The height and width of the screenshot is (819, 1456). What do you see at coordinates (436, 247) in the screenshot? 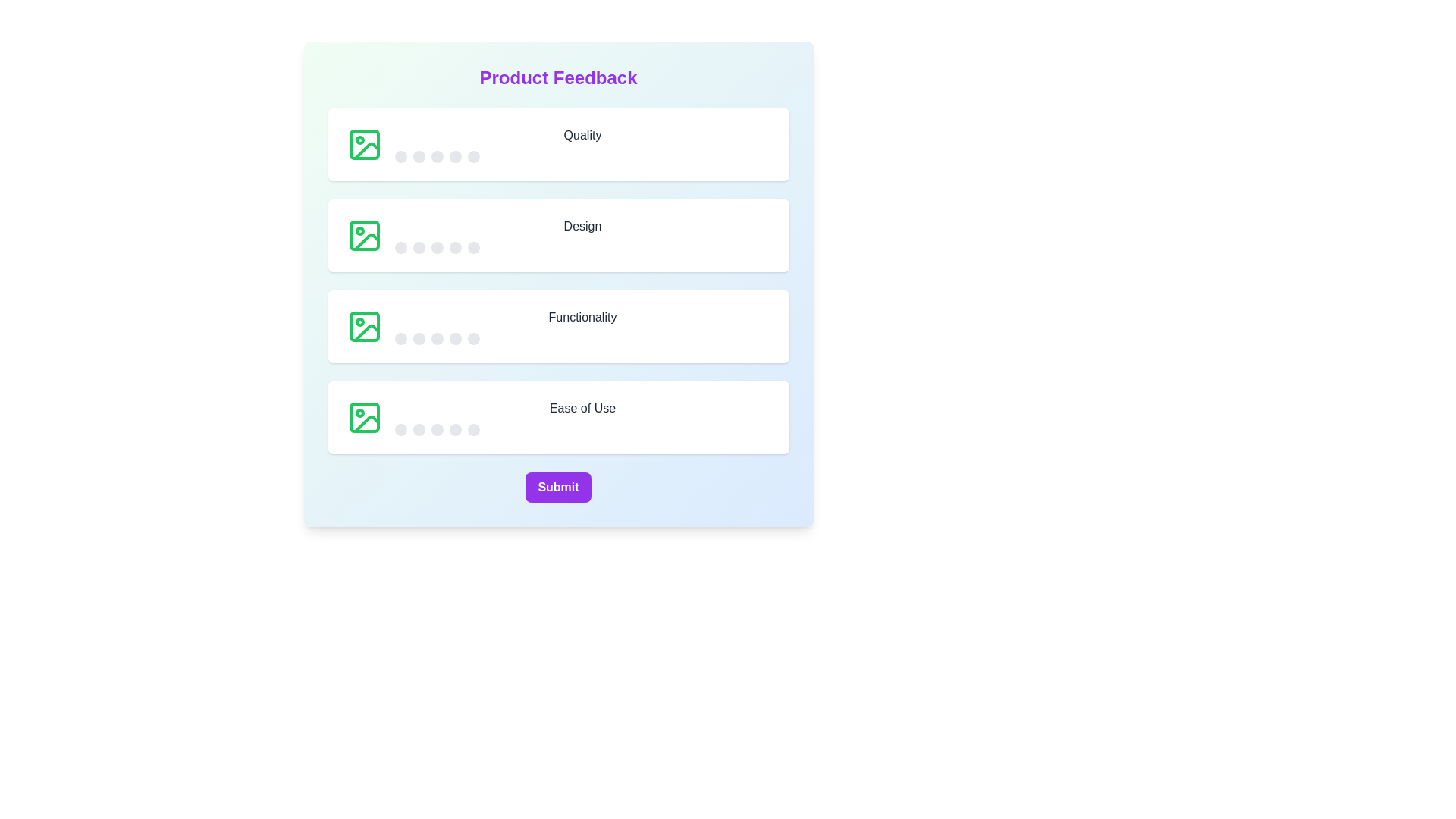
I see `the star corresponding to 3 for the 'Design' category` at bounding box center [436, 247].